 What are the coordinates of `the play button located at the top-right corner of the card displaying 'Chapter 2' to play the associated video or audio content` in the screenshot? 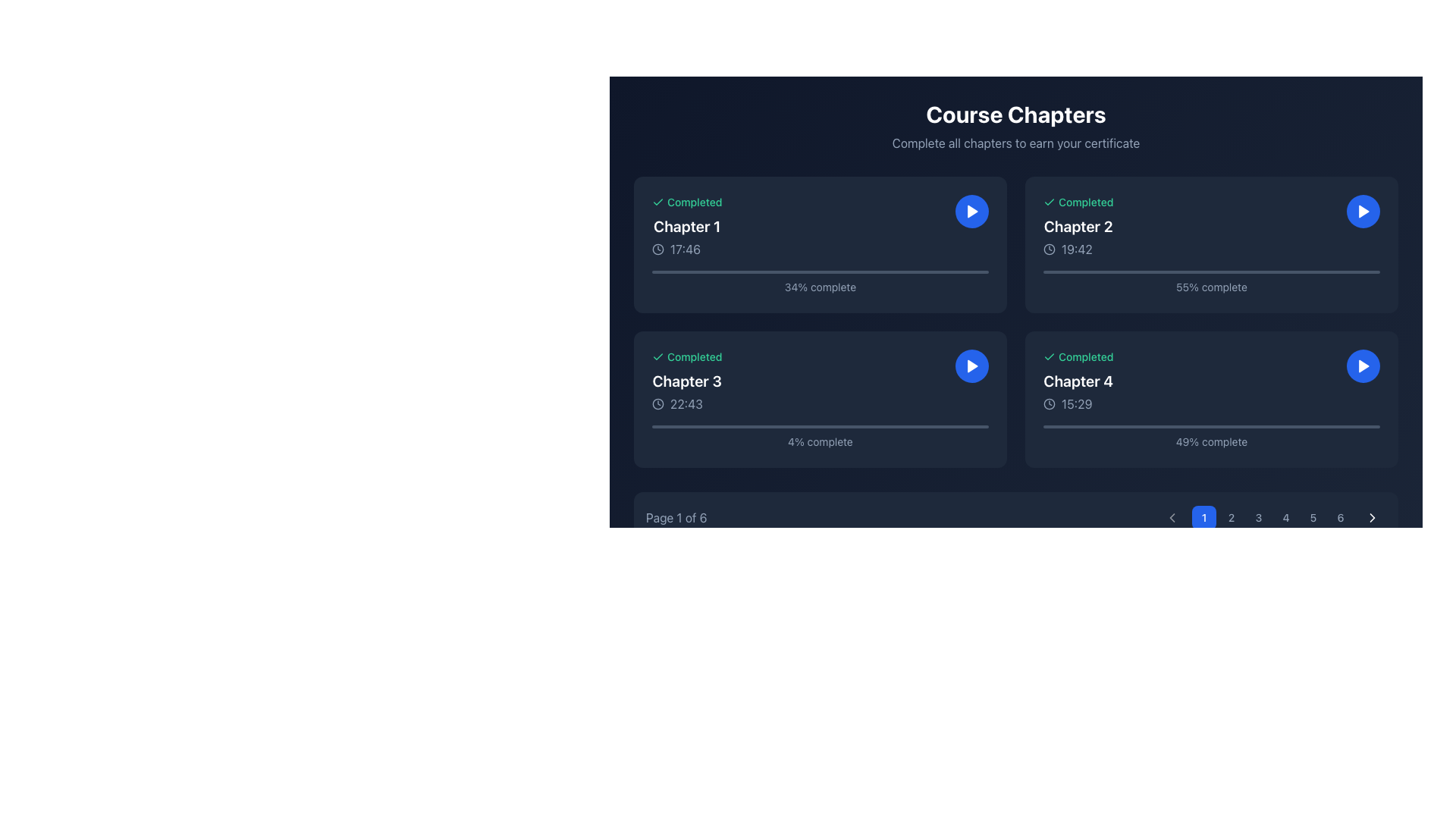 It's located at (1363, 211).